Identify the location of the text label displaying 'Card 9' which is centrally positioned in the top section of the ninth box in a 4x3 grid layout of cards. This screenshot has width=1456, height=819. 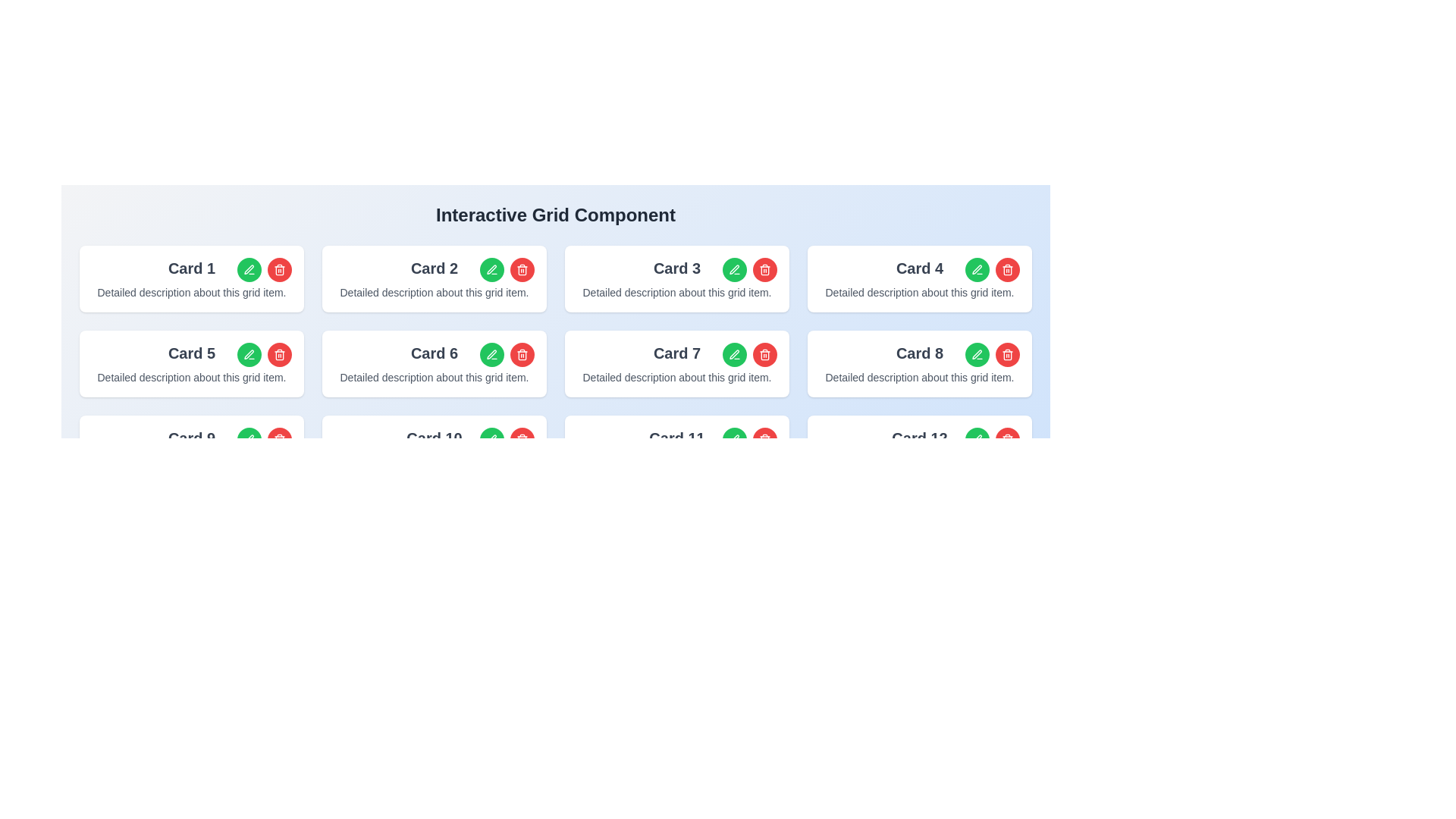
(191, 438).